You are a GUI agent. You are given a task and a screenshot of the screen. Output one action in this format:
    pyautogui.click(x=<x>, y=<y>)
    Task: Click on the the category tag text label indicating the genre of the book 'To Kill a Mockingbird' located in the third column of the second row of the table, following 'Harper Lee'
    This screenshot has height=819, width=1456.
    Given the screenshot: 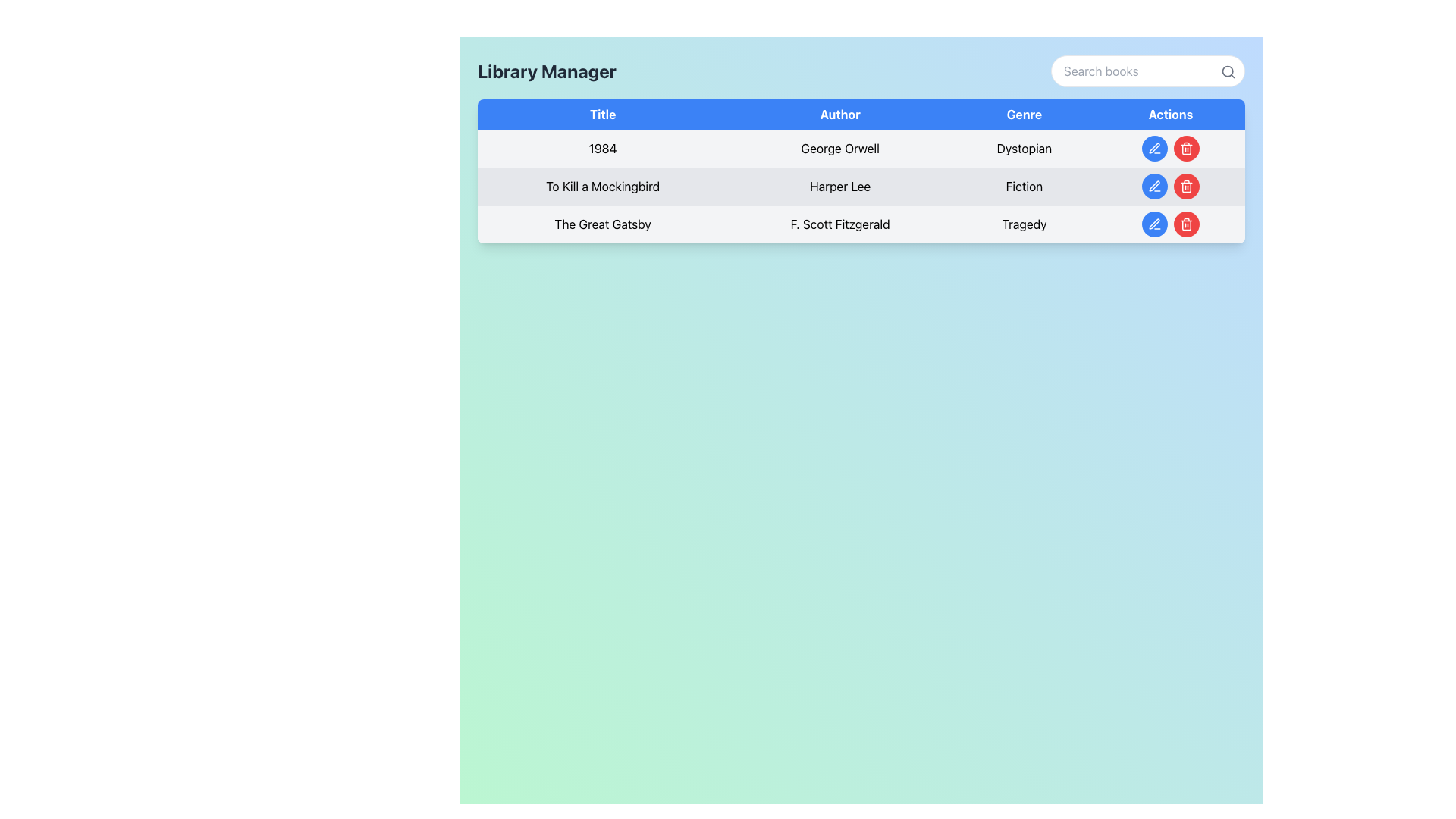 What is the action you would take?
    pyautogui.click(x=1024, y=186)
    